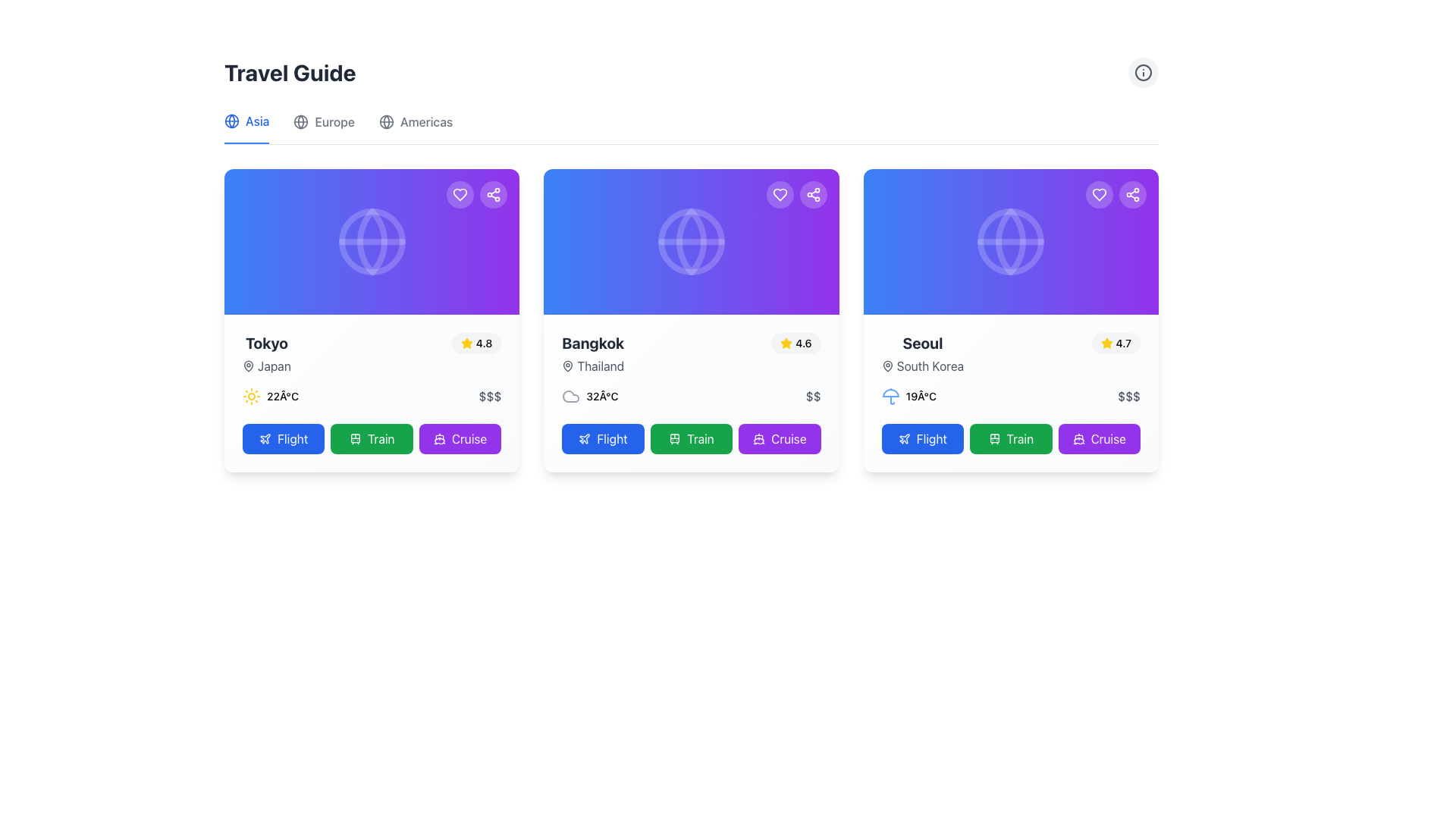  I want to click on the decorative or functional icon located in the third card on the right in the interface, specifically in the 'Seoul' section to the left of the 'South Korea' text, so click(887, 366).